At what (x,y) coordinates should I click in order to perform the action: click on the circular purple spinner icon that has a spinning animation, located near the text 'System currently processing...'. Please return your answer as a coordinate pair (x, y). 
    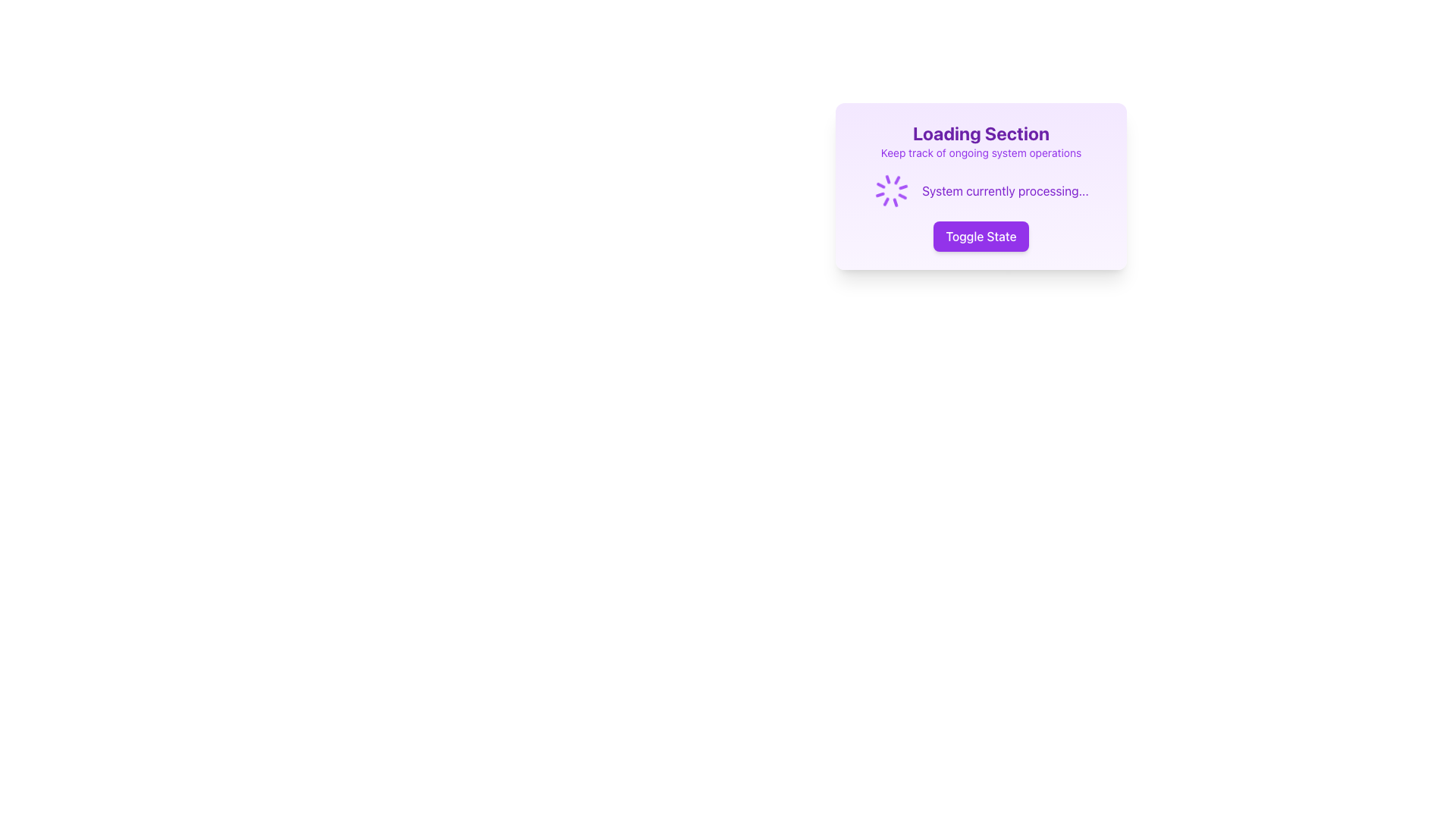
    Looking at the image, I should click on (892, 190).